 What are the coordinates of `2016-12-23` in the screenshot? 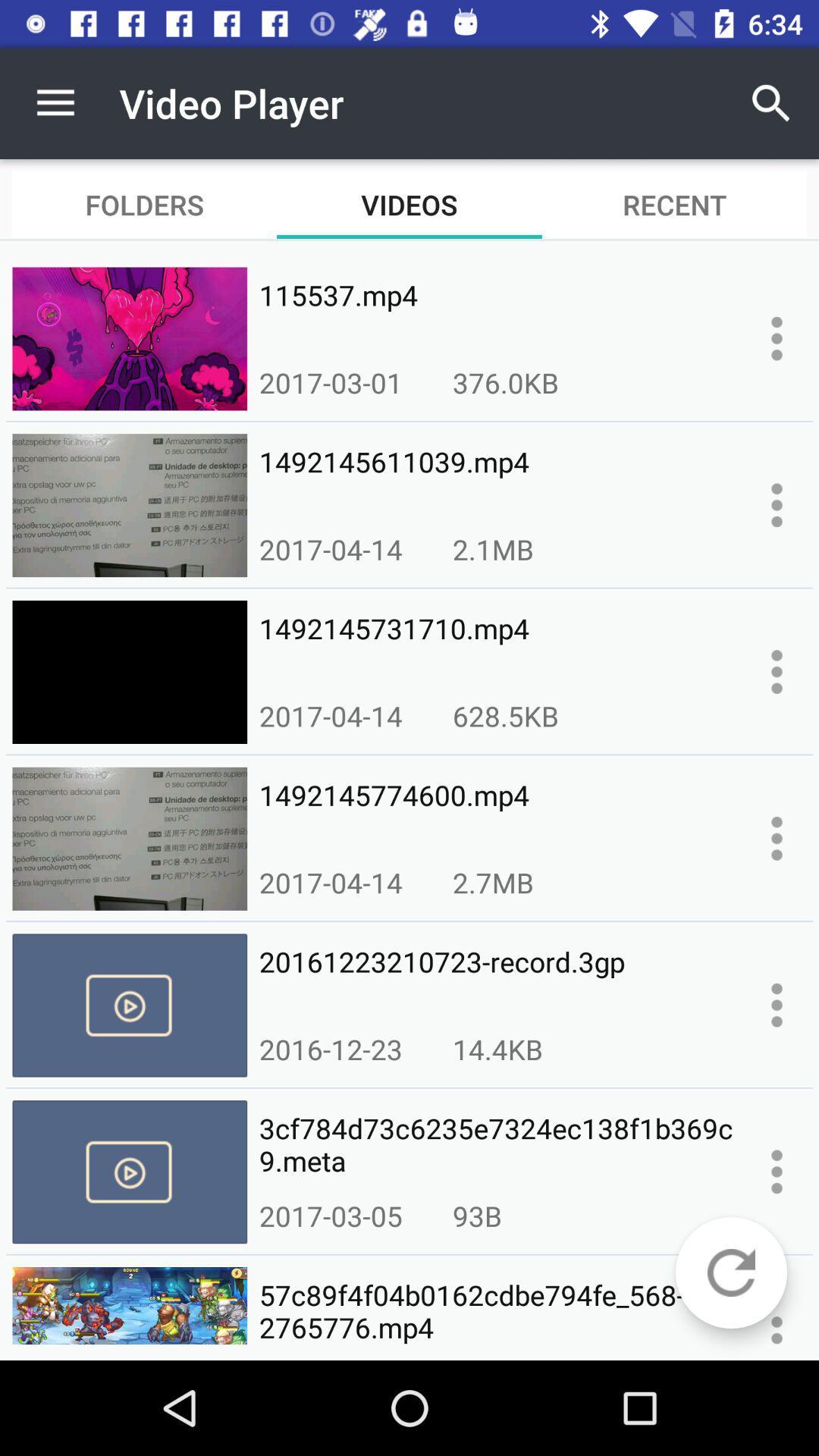 It's located at (330, 1048).